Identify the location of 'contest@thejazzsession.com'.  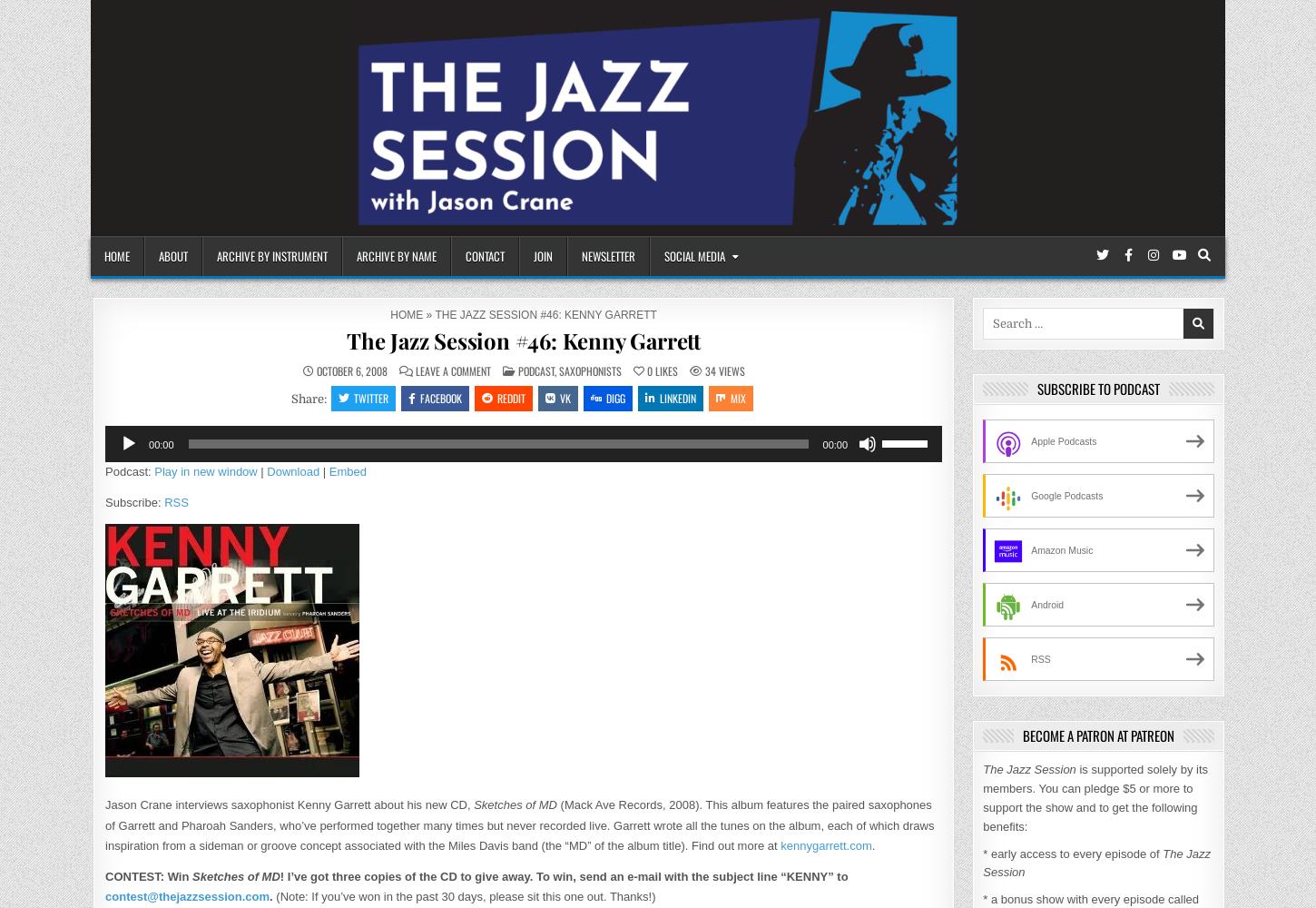
(186, 894).